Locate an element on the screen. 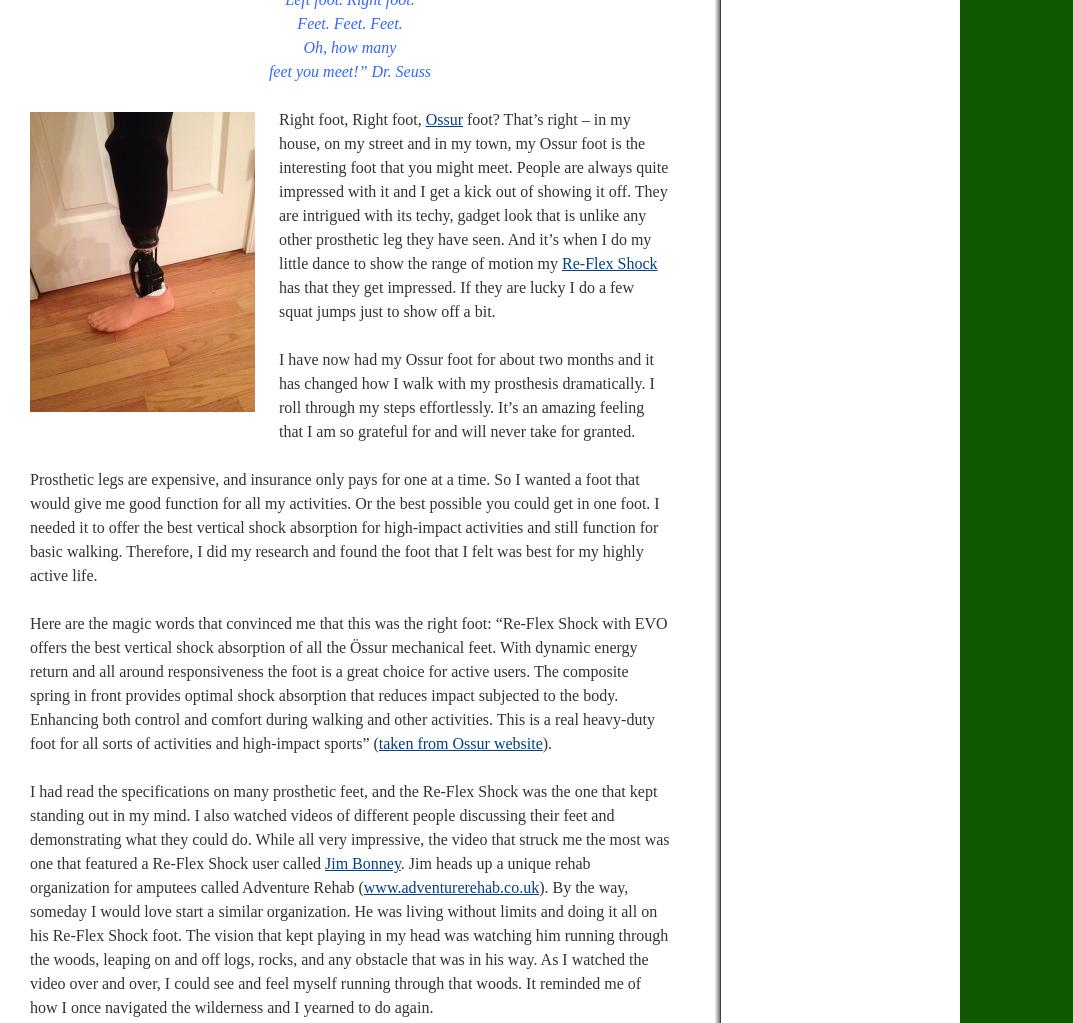 This screenshot has height=1023, width=1073. 'feet you meet!” Dr. Seuss' is located at coordinates (267, 70).